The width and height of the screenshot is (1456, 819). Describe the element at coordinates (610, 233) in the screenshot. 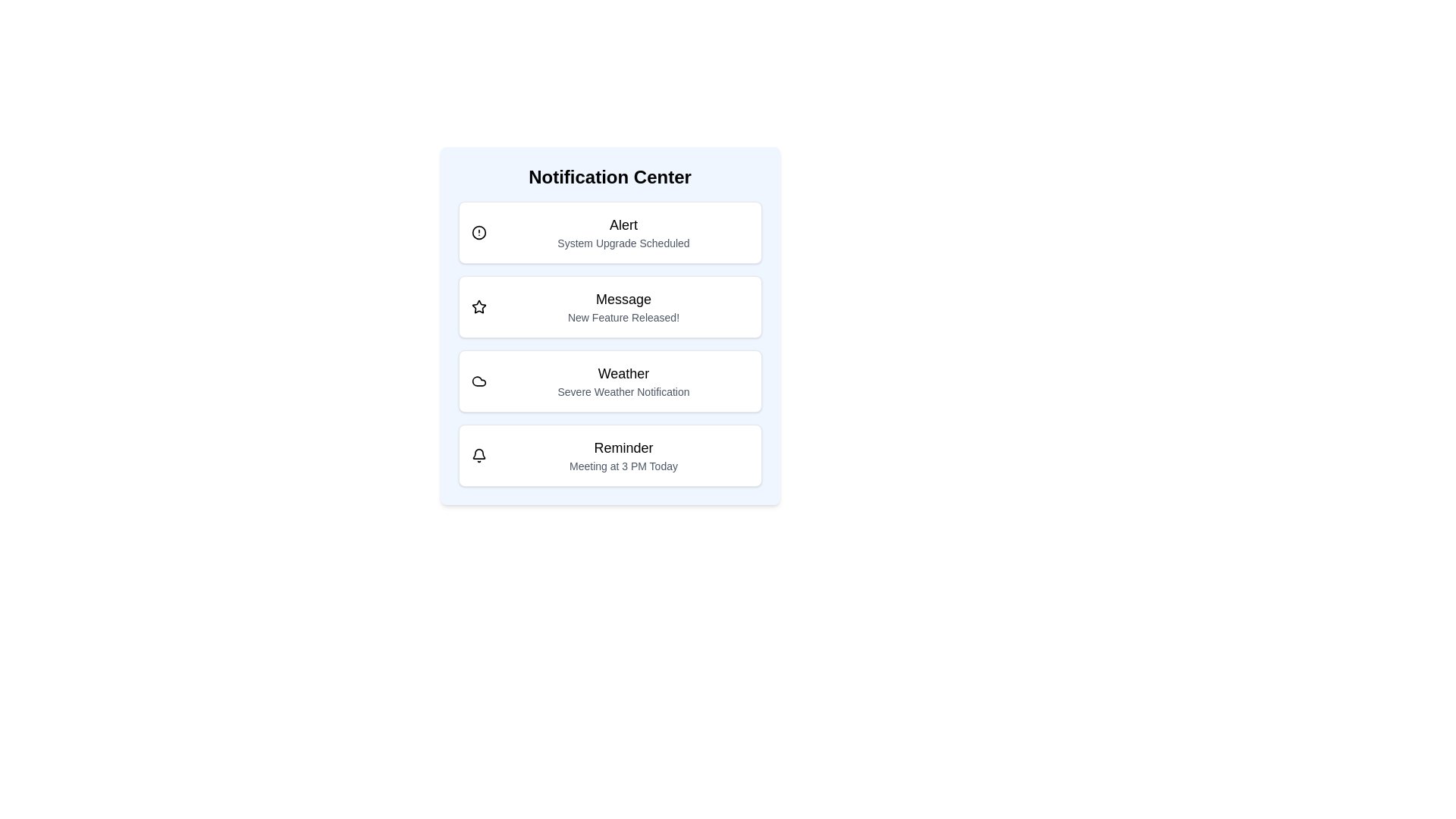

I see `the notification item labeled 'Alert'` at that location.